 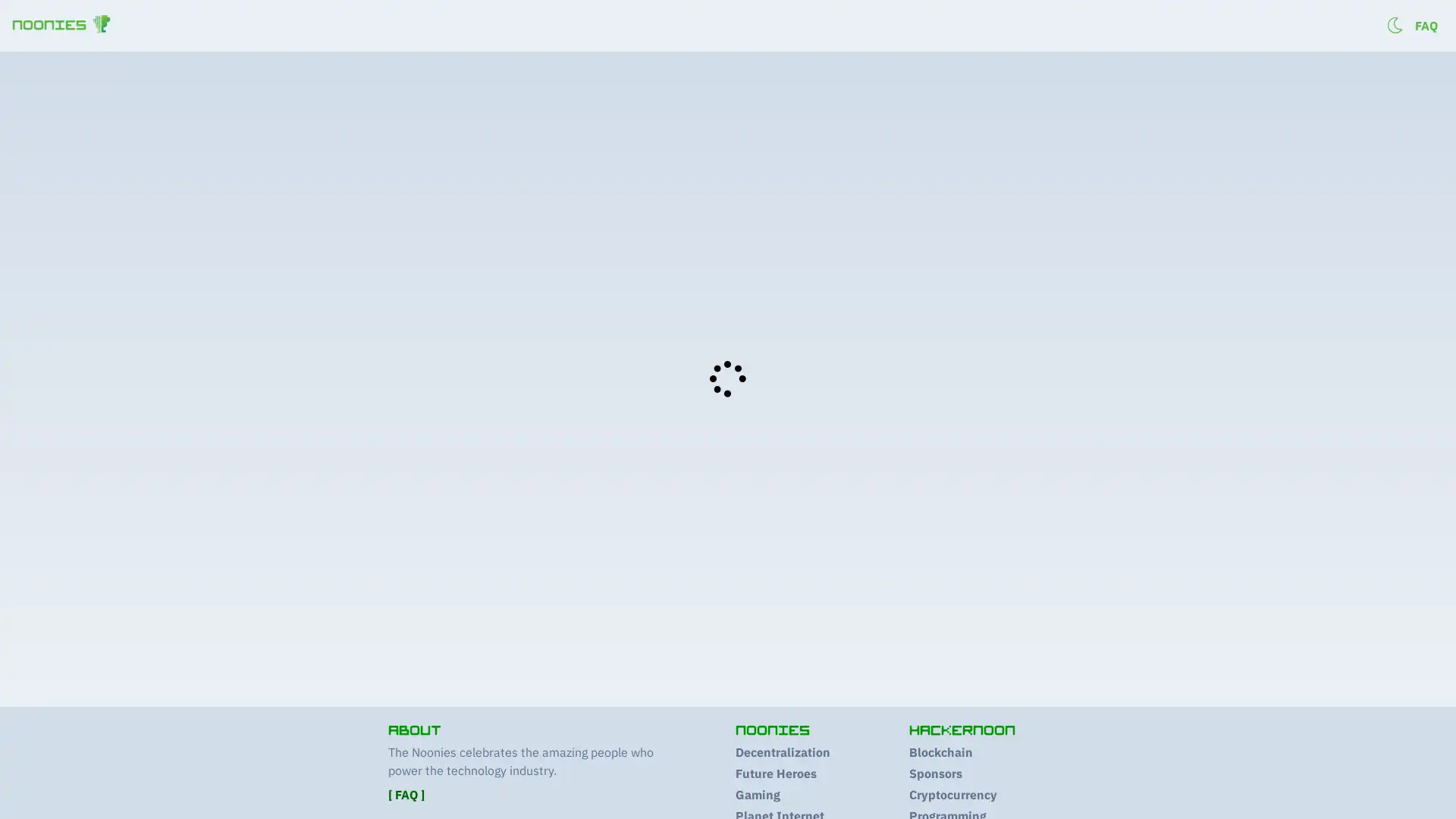 I want to click on Sign up, so click(x=1358, y=27).